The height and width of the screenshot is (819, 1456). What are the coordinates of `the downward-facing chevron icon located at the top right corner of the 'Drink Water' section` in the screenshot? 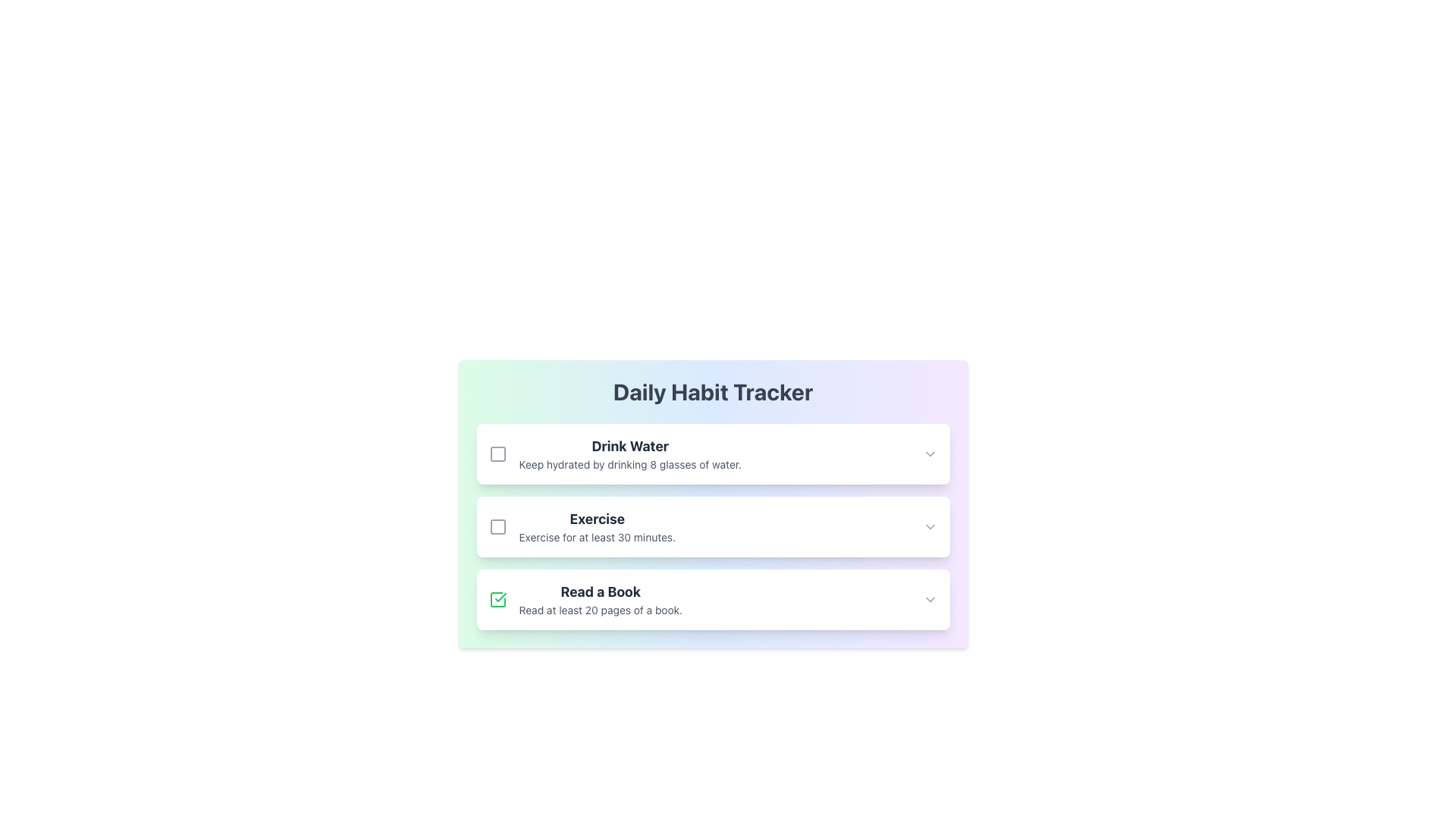 It's located at (929, 453).